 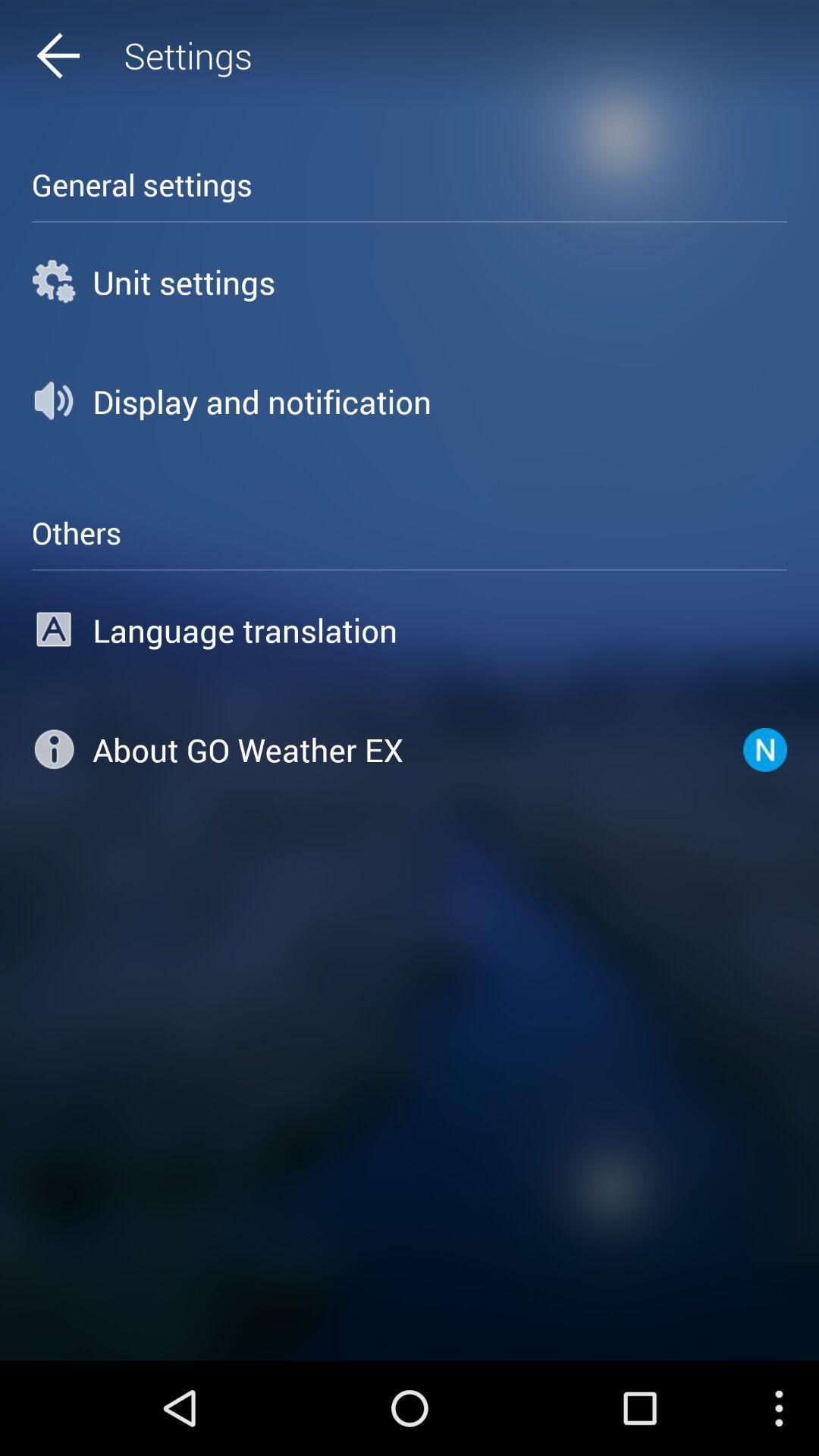 I want to click on the item below general settings icon, so click(x=409, y=281).